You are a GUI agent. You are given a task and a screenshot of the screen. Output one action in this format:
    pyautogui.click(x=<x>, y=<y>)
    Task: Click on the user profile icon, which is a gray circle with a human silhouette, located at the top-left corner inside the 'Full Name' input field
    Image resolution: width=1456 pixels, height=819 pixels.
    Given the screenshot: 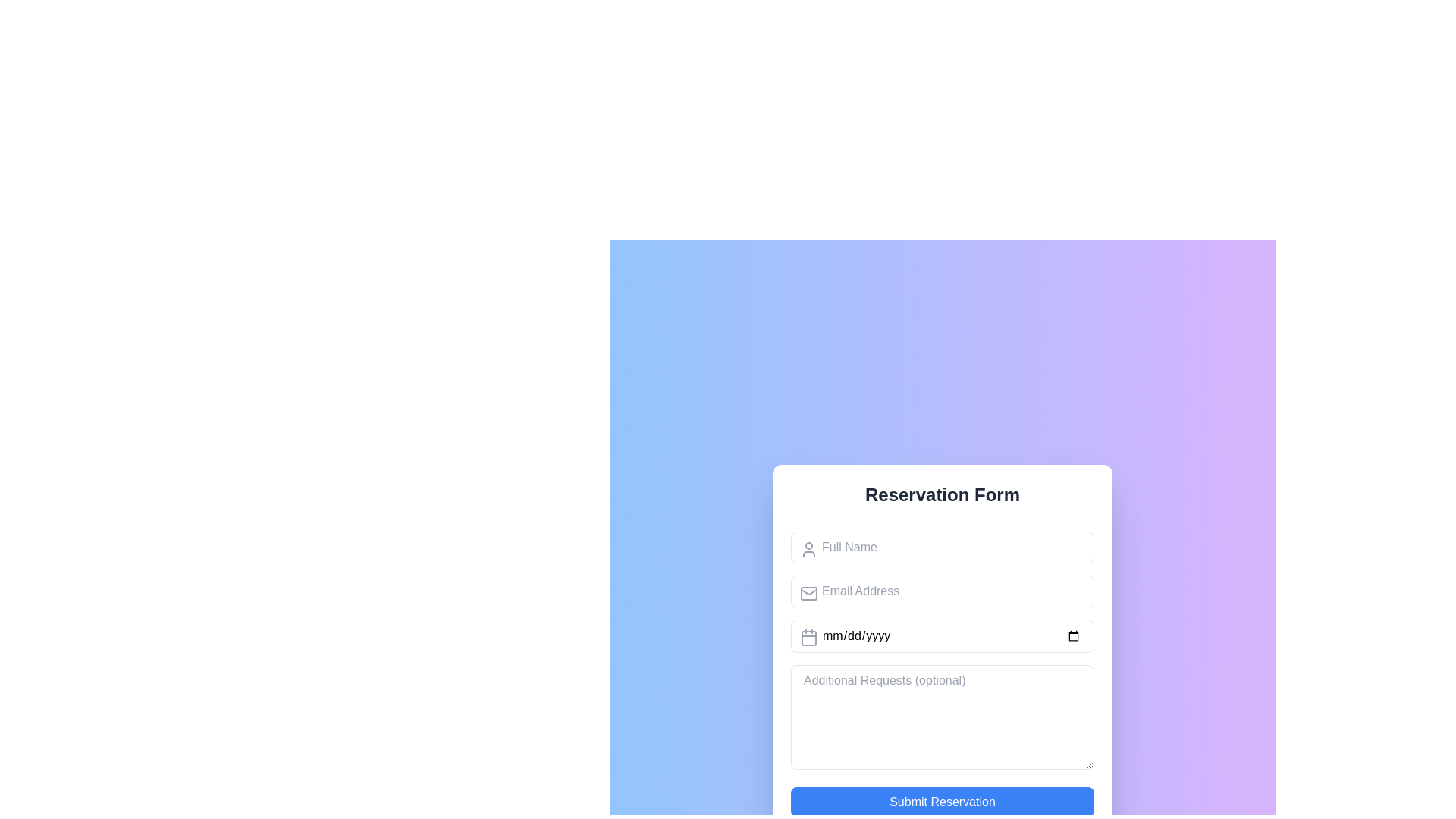 What is the action you would take?
    pyautogui.click(x=808, y=549)
    